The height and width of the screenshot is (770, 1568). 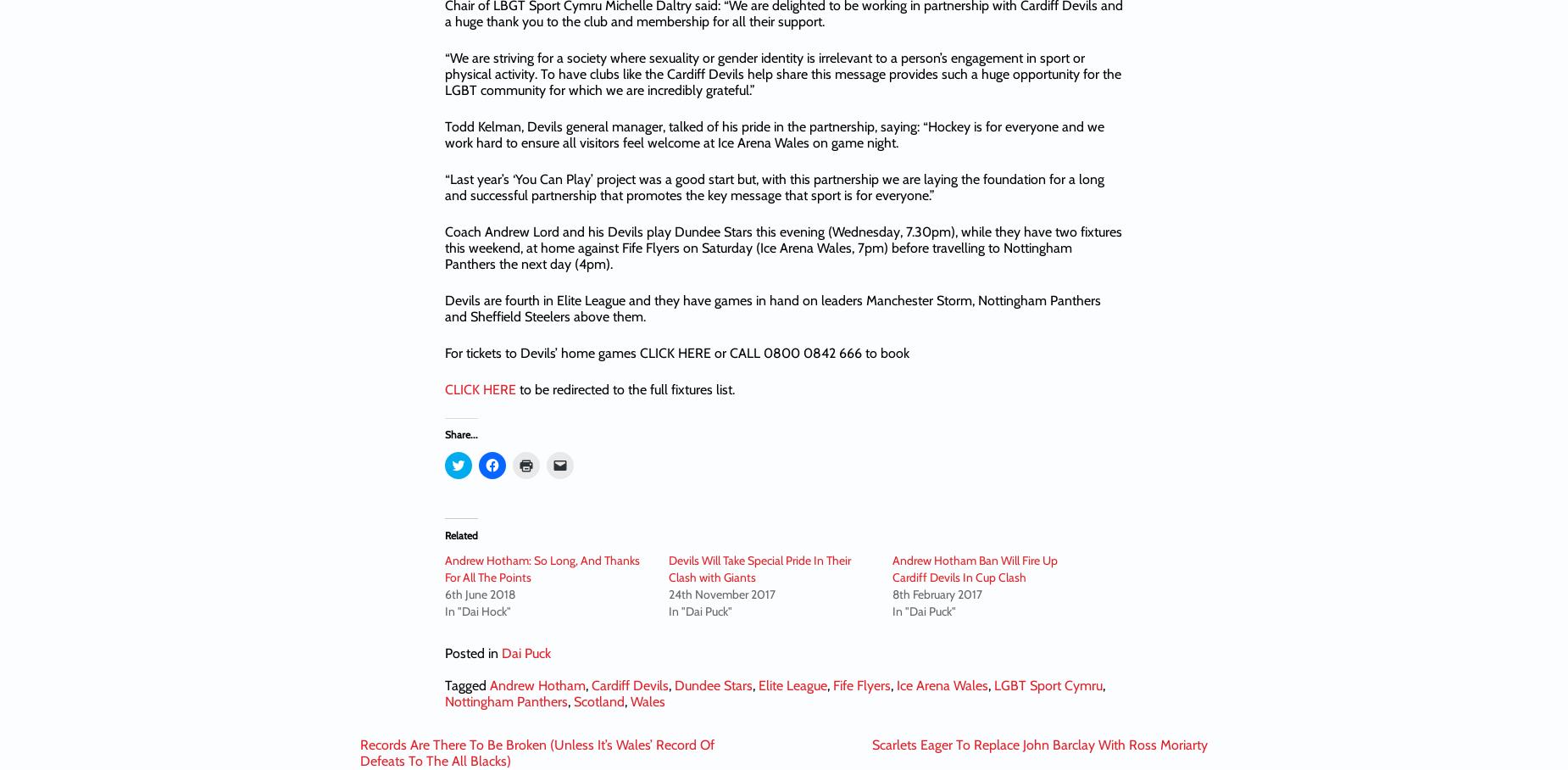 I want to click on 'Scotland', so click(x=573, y=700).